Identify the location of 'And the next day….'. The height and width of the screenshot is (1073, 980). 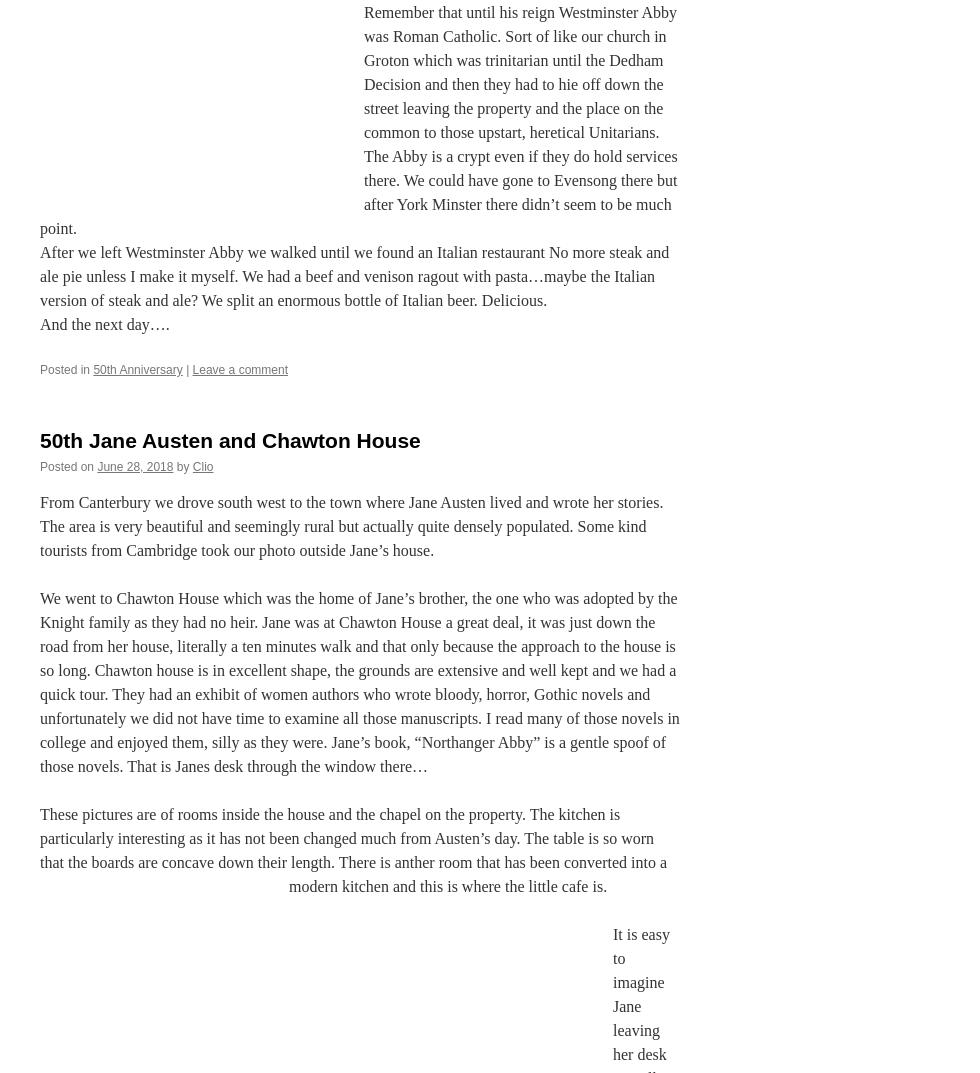
(104, 324).